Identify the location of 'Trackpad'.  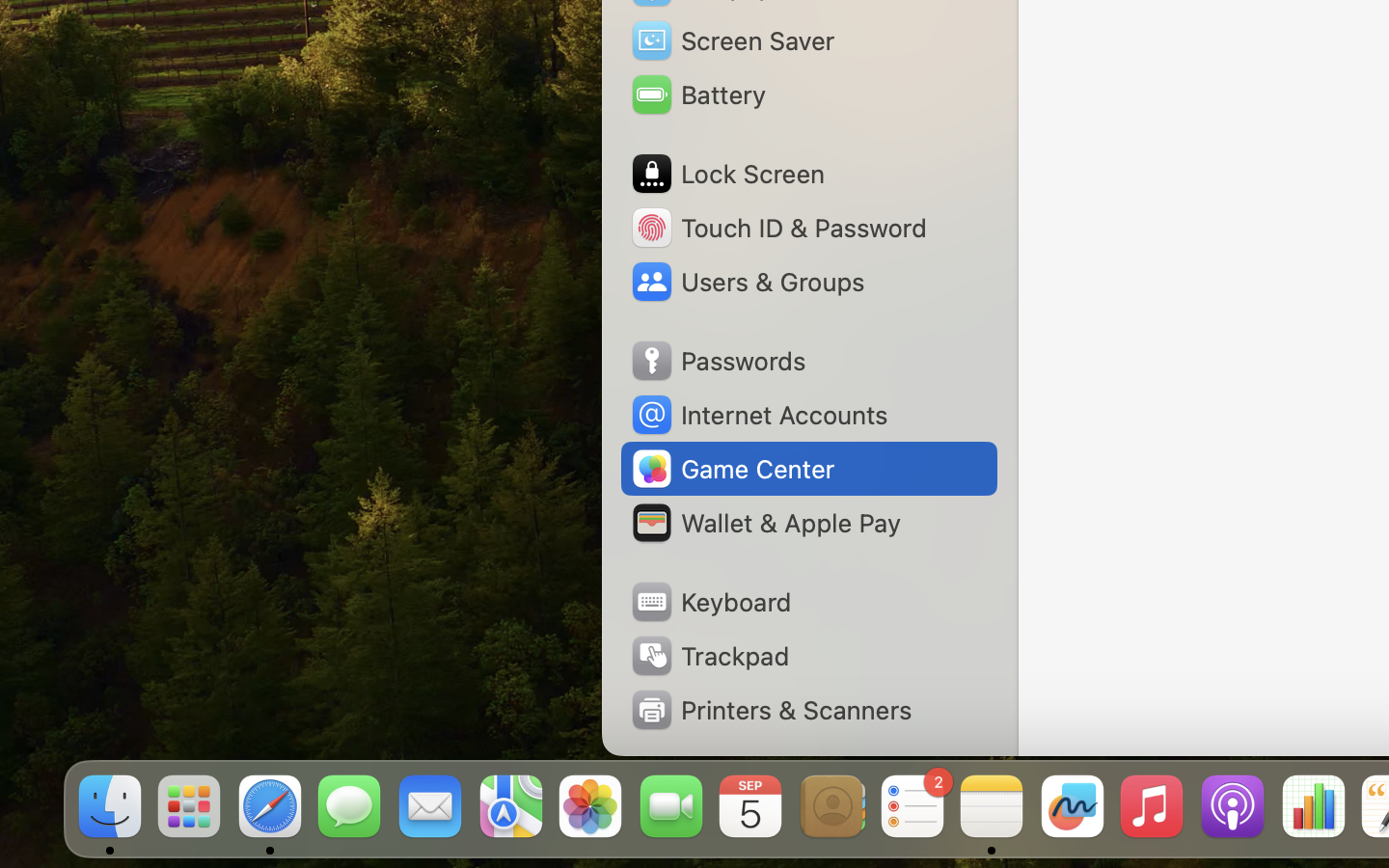
(707, 655).